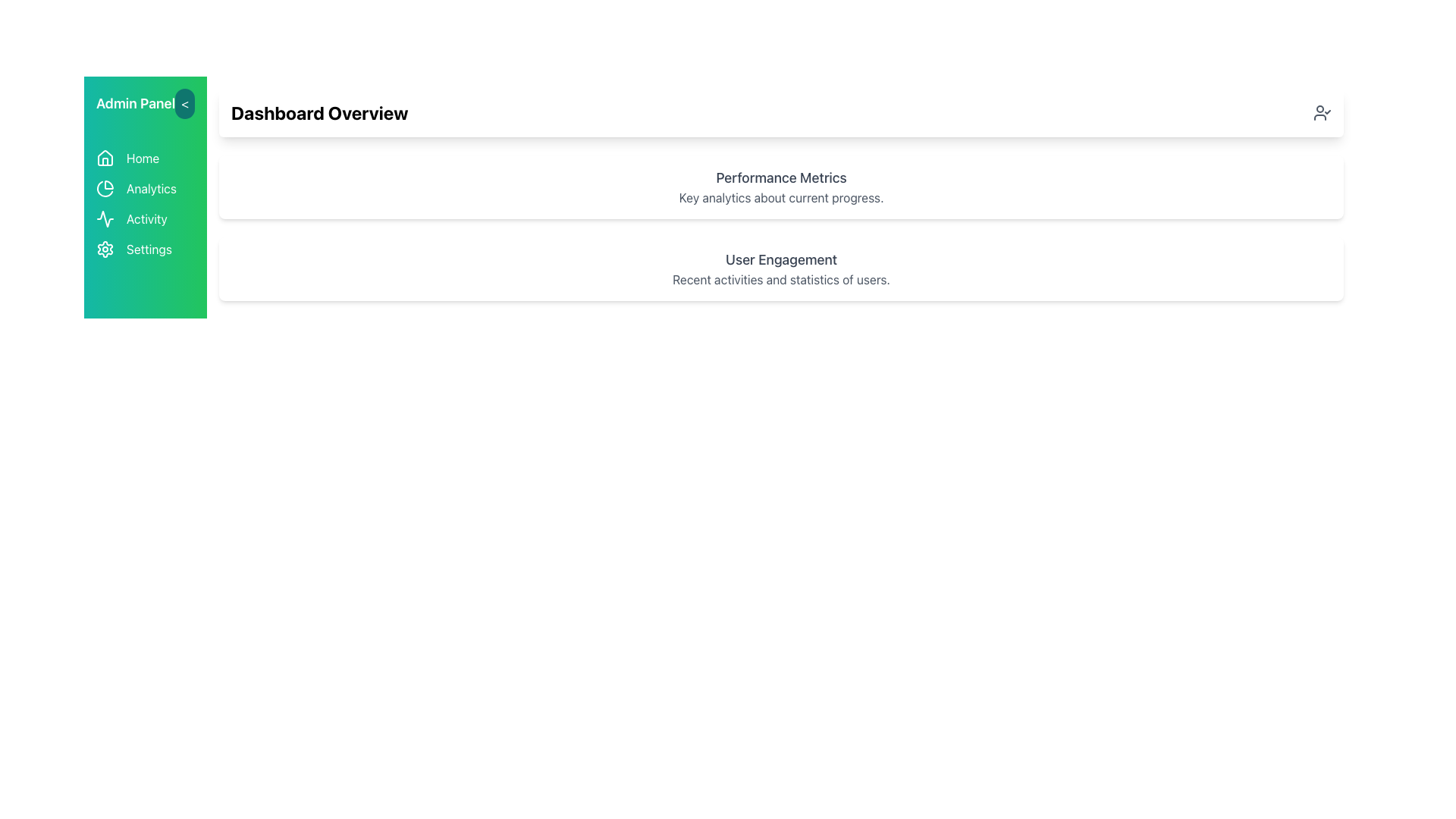 This screenshot has width=1456, height=819. Describe the element at coordinates (146, 103) in the screenshot. I see `the 'Admin Panel' sidebar header` at that location.